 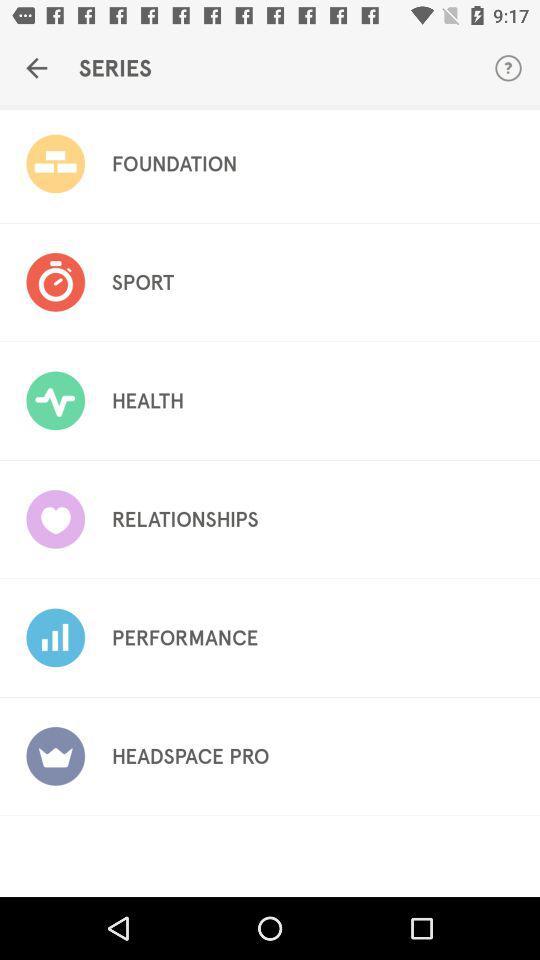 I want to click on item above health, so click(x=141, y=281).